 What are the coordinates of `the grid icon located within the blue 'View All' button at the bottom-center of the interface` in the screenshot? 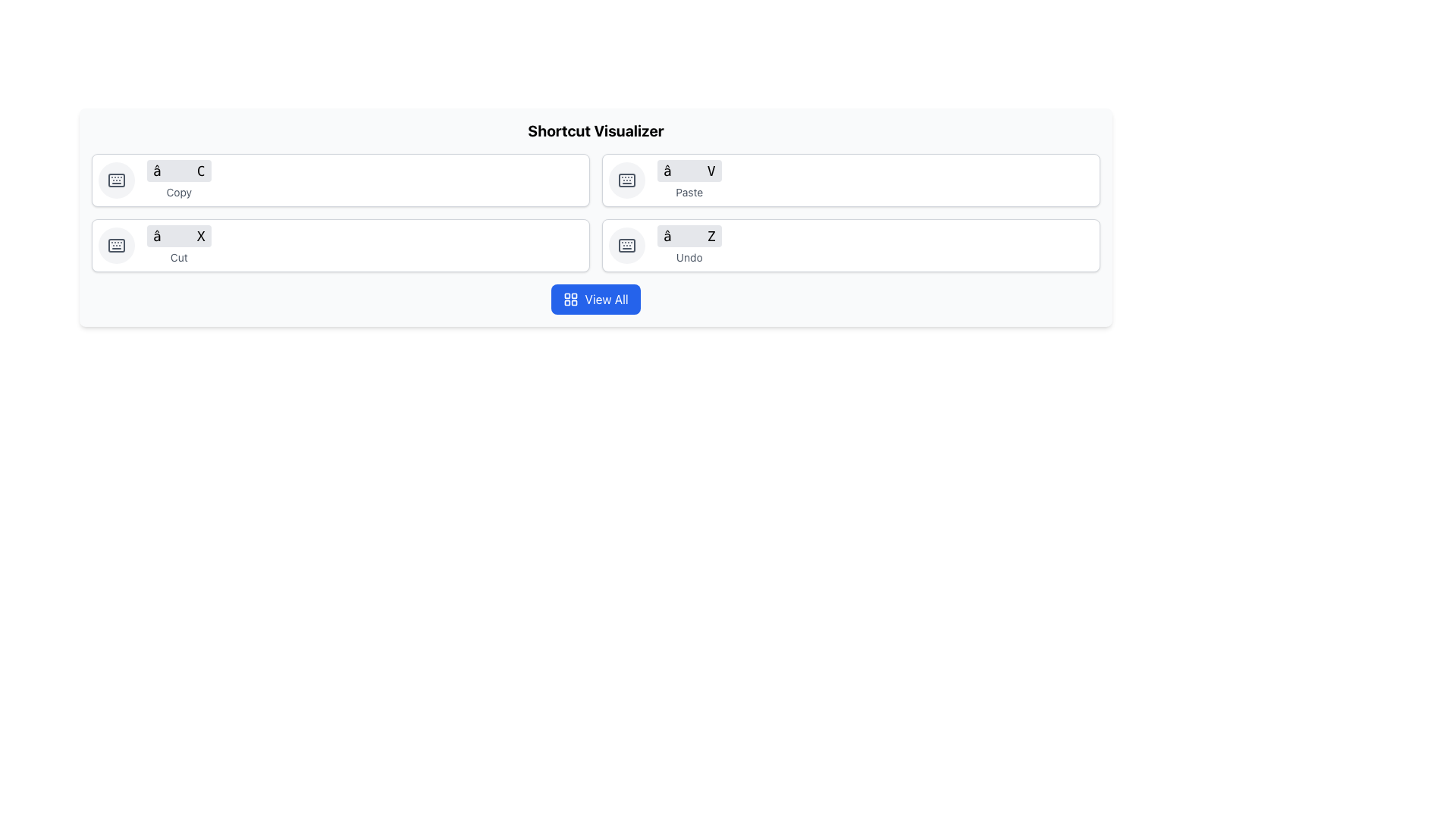 It's located at (570, 299).